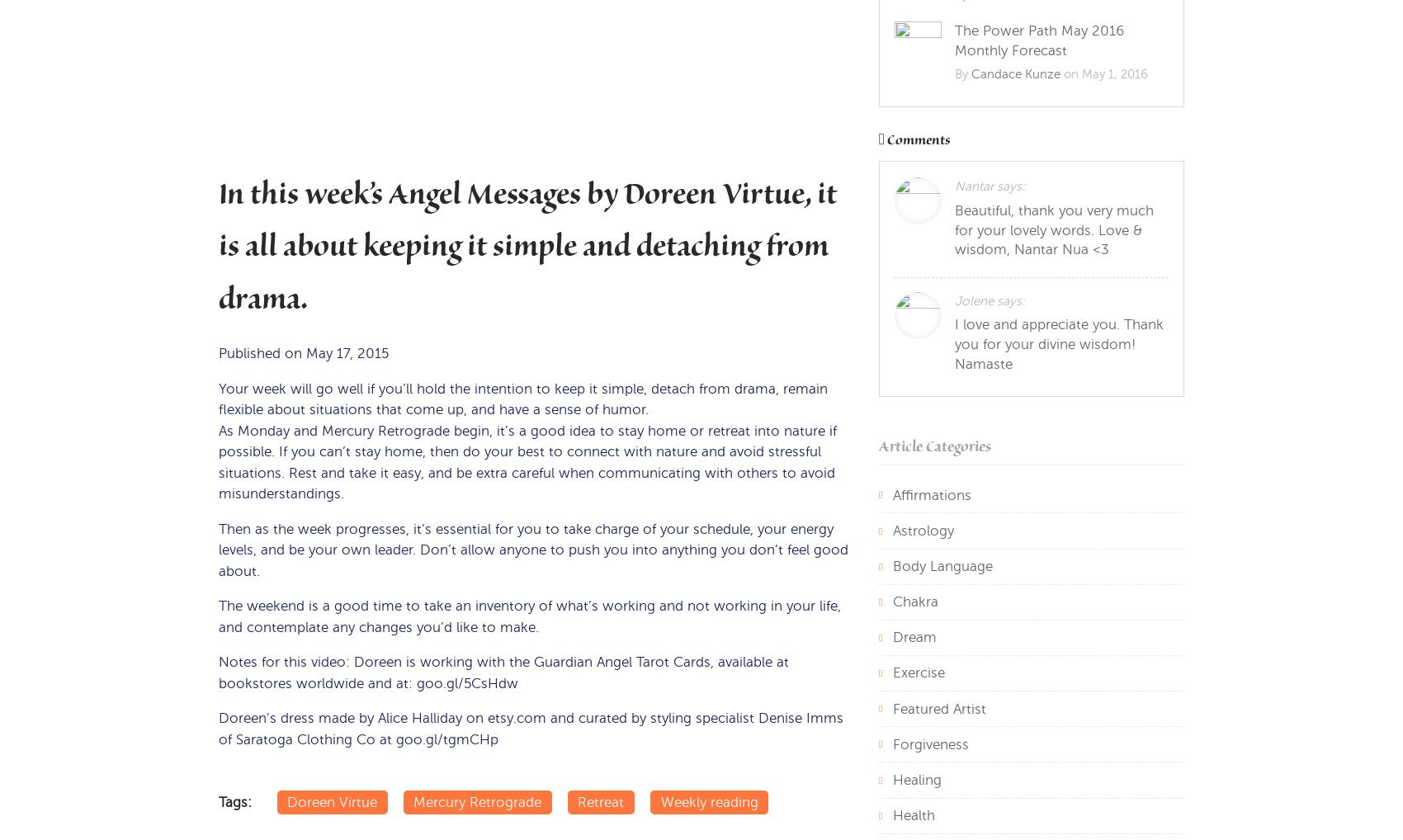 This screenshot has width=1403, height=840. Describe the element at coordinates (531, 729) in the screenshot. I see `'Doreen’s dress made by Alice Halliday on etsy.com and curated by styling specialist Denise Imms of Saratoga Clothing Co at goo.gl/tgmCHp'` at that location.